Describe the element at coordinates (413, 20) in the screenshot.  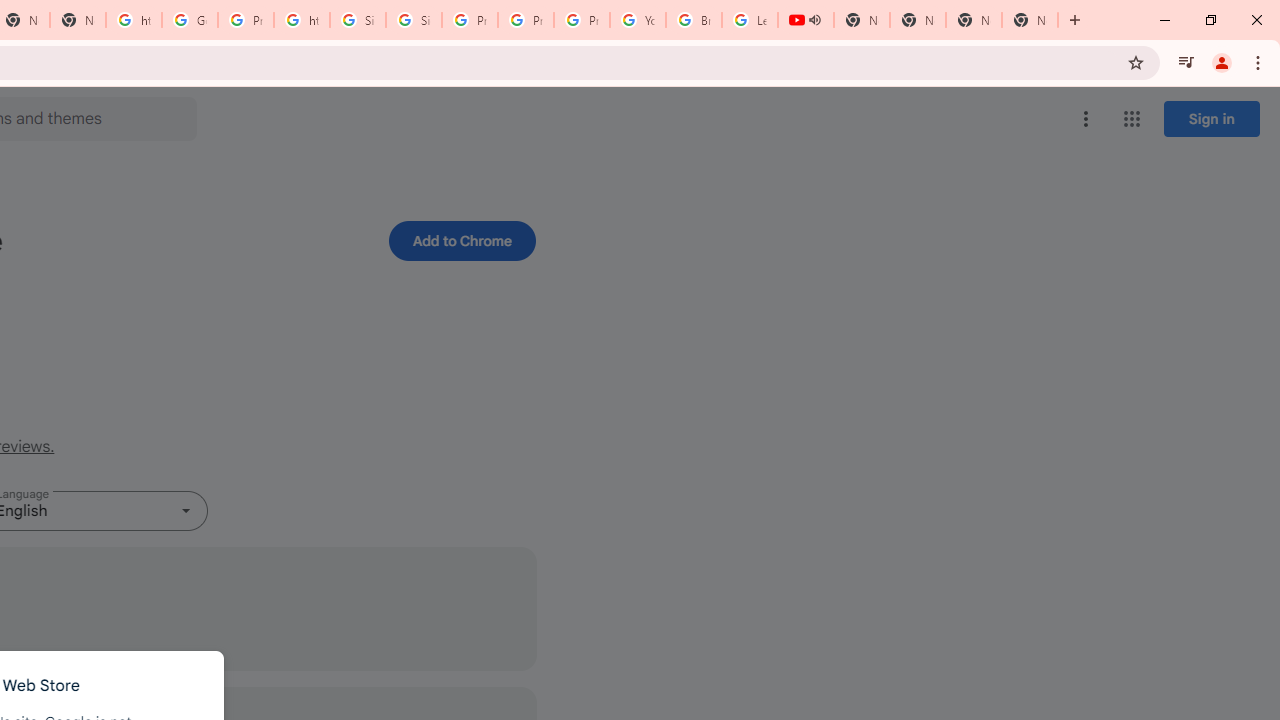
I see `'Sign in - Google Accounts'` at that location.